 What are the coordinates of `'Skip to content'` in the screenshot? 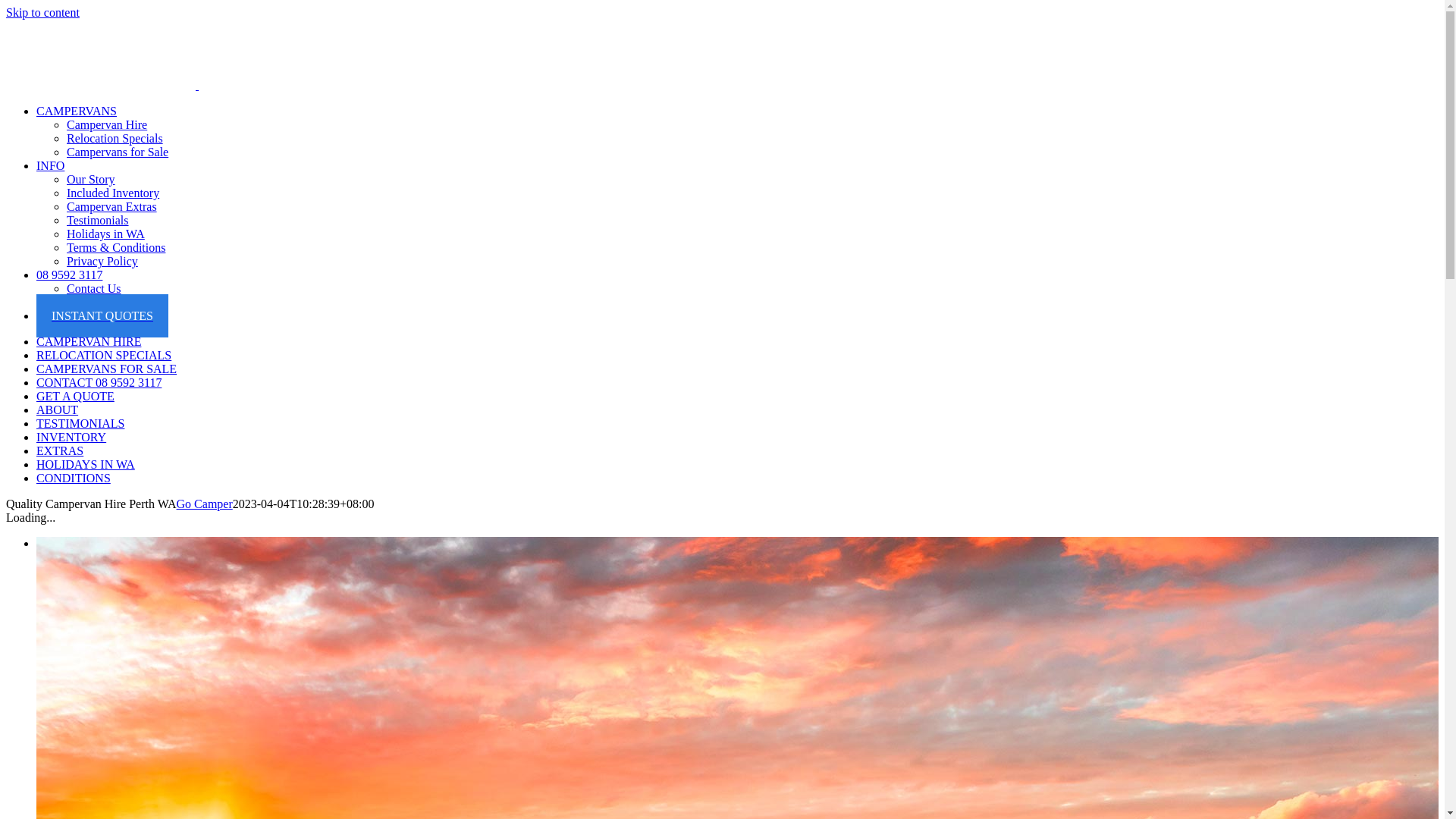 It's located at (42, 12).